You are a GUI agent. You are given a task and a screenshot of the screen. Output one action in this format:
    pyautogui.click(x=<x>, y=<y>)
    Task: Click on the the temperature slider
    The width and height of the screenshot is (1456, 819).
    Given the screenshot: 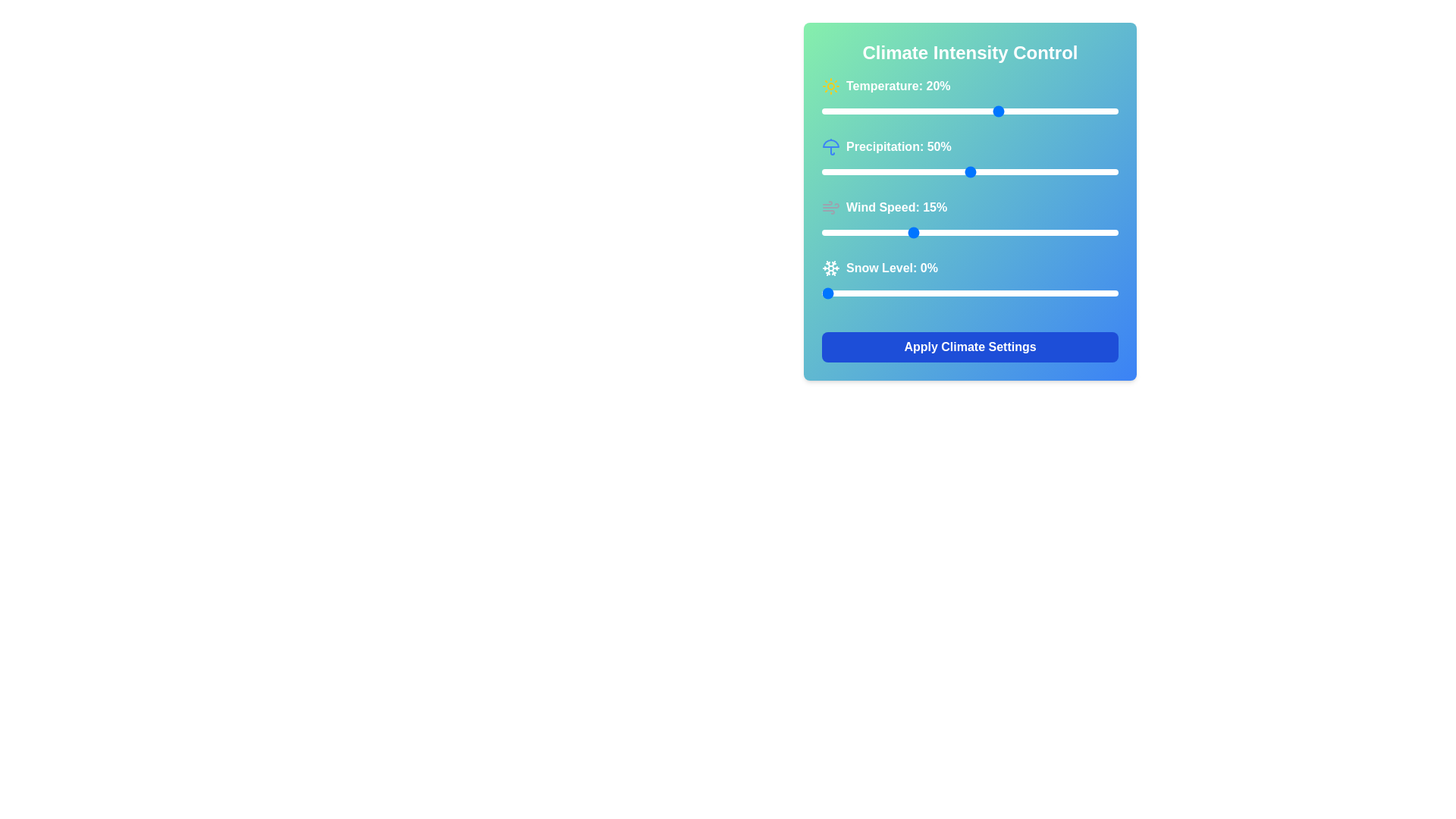 What is the action you would take?
    pyautogui.click(x=934, y=110)
    